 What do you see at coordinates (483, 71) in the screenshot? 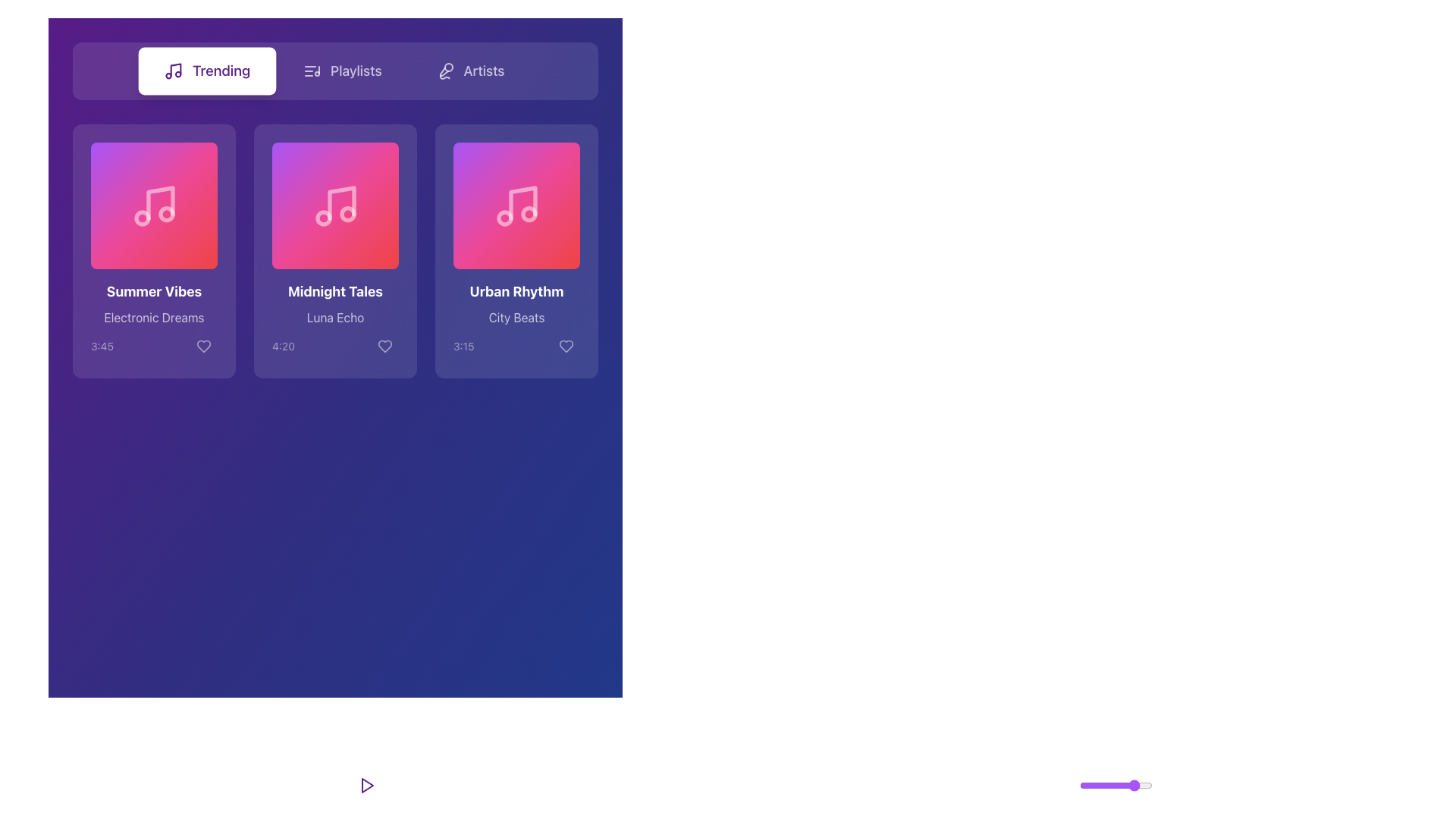
I see `the Text Label indicating the section related to artists in the menu bar` at bounding box center [483, 71].